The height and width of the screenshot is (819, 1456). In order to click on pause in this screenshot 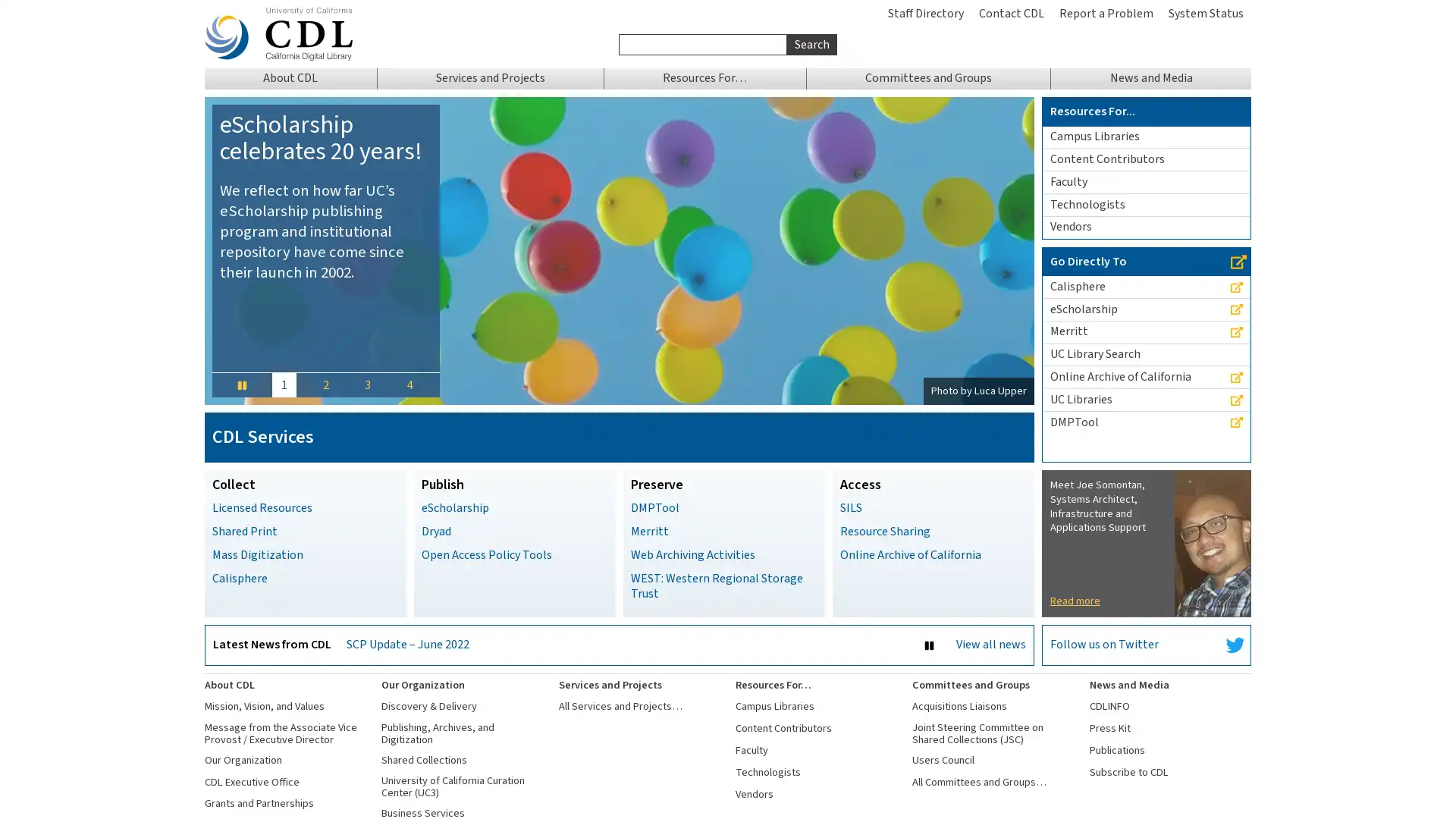, I will do `click(240, 383)`.